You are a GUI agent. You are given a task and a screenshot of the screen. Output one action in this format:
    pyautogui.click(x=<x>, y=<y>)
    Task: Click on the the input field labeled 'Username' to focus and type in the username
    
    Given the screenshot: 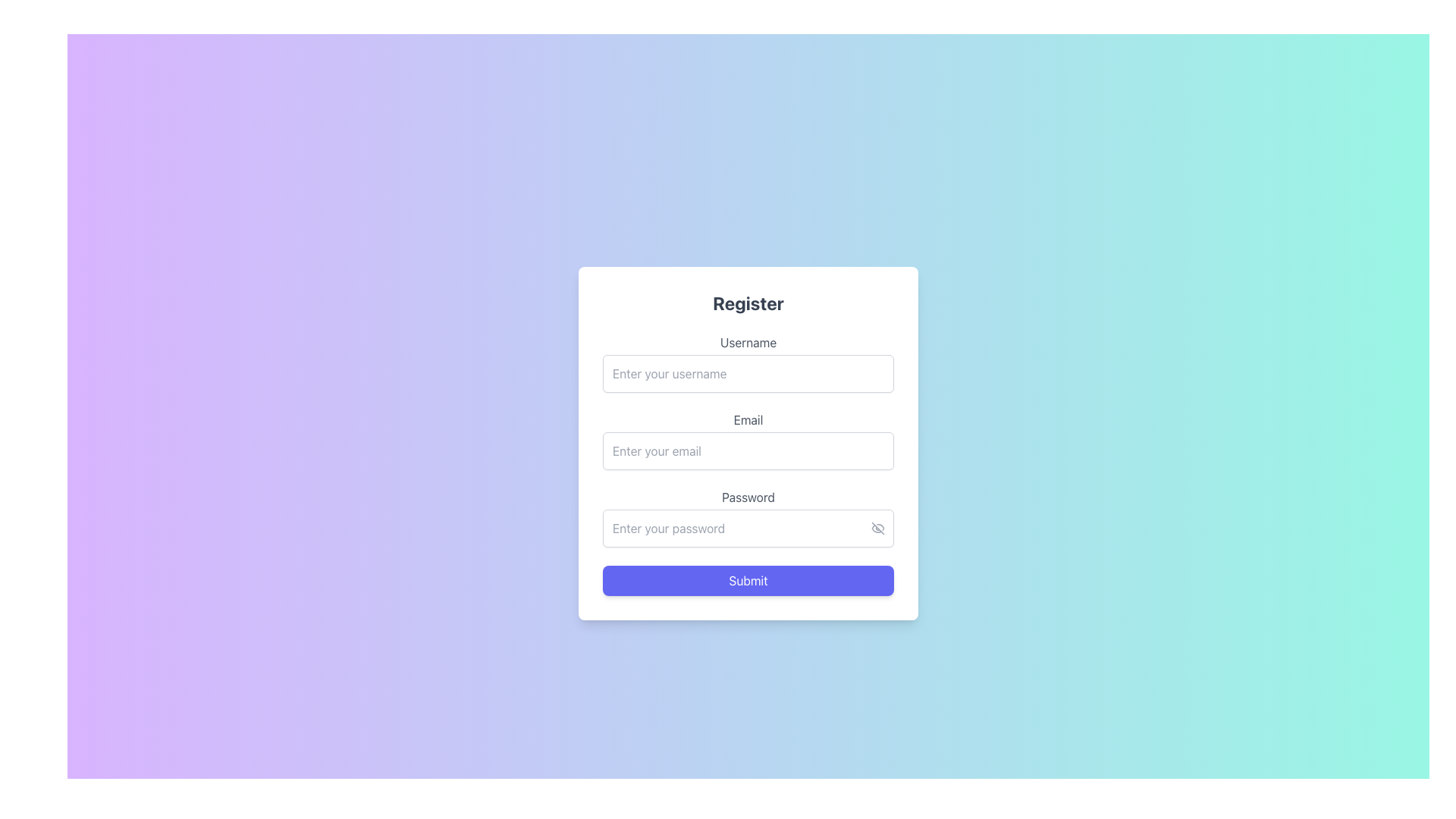 What is the action you would take?
    pyautogui.click(x=748, y=362)
    